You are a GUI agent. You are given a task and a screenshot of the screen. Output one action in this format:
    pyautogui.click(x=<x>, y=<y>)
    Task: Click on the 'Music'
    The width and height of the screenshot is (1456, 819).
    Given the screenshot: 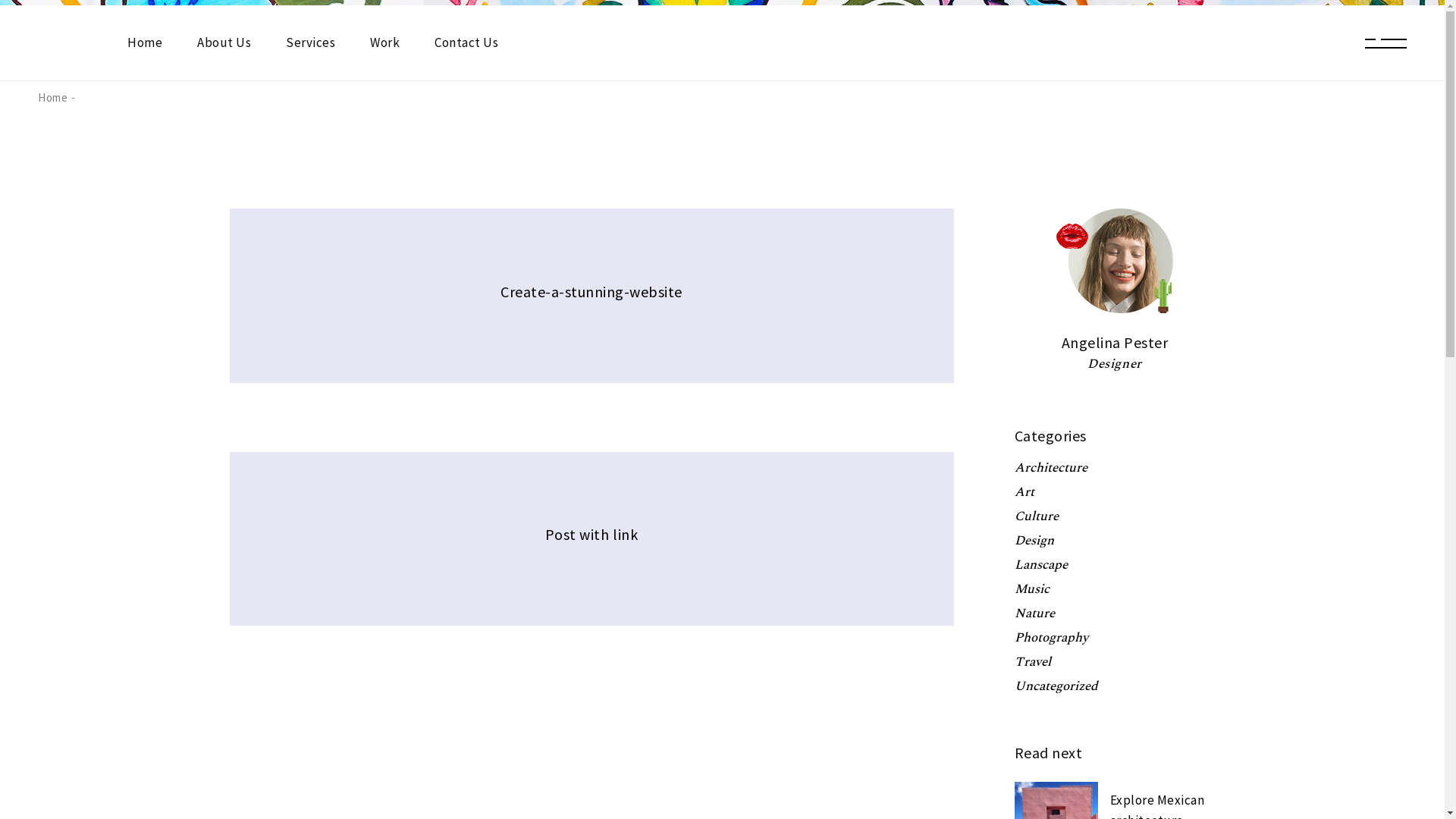 What is the action you would take?
    pyautogui.click(x=1015, y=588)
    